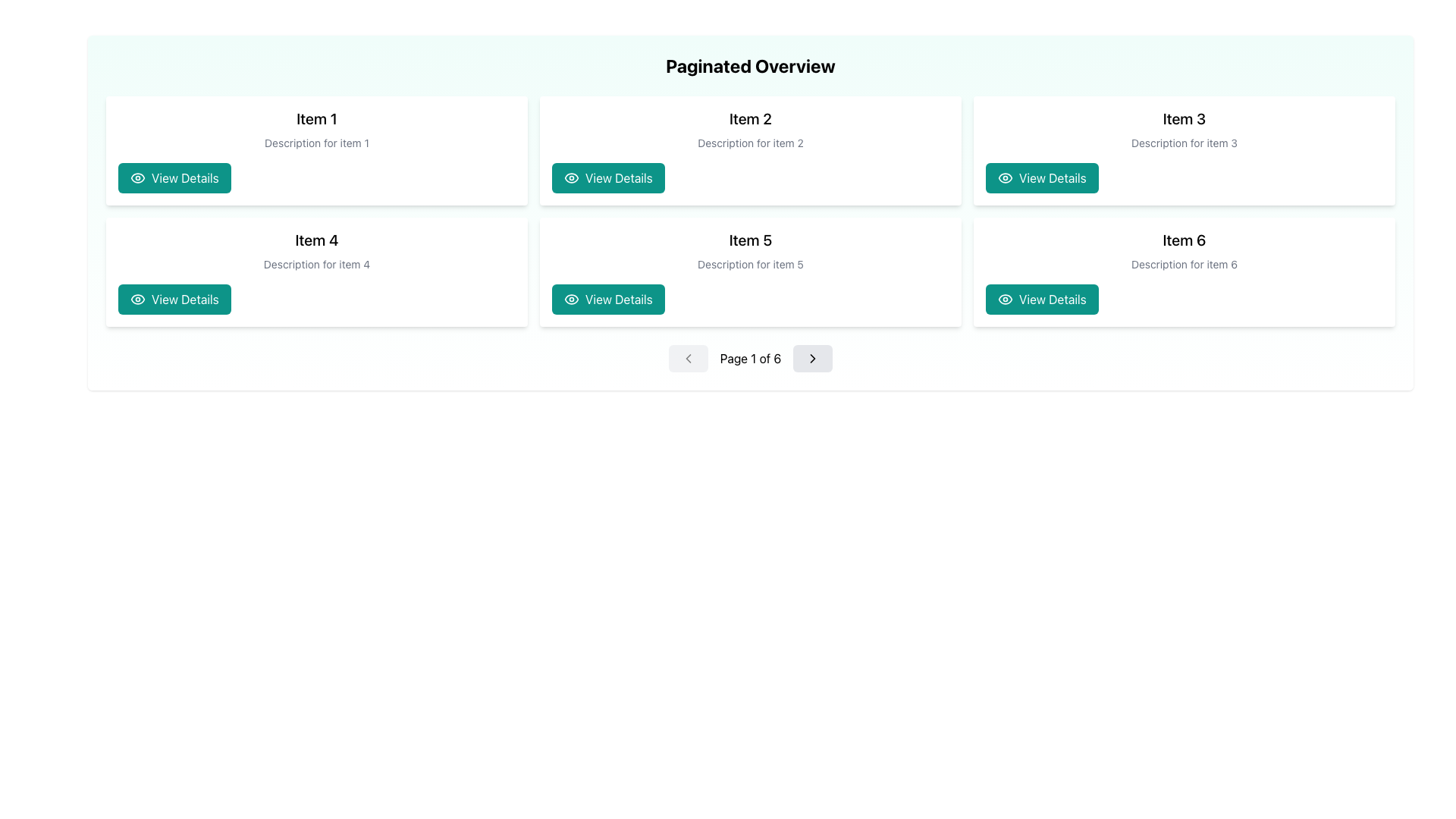  What do you see at coordinates (750, 359) in the screenshot?
I see `the text label that displays the current page number and total pages in the pagination panel at the bottom of the 'Paginated Overview' section, located between the backward and forward navigation buttons` at bounding box center [750, 359].